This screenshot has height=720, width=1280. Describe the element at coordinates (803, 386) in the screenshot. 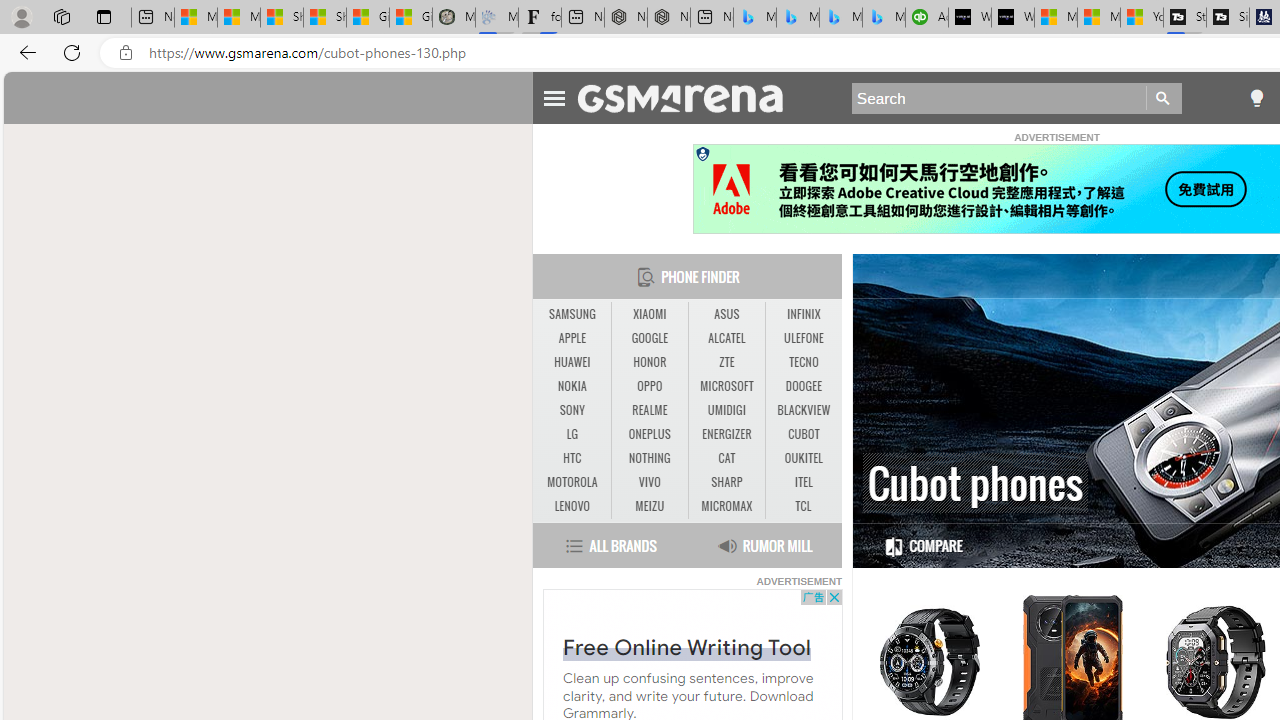

I see `'DOOGEE'` at that location.